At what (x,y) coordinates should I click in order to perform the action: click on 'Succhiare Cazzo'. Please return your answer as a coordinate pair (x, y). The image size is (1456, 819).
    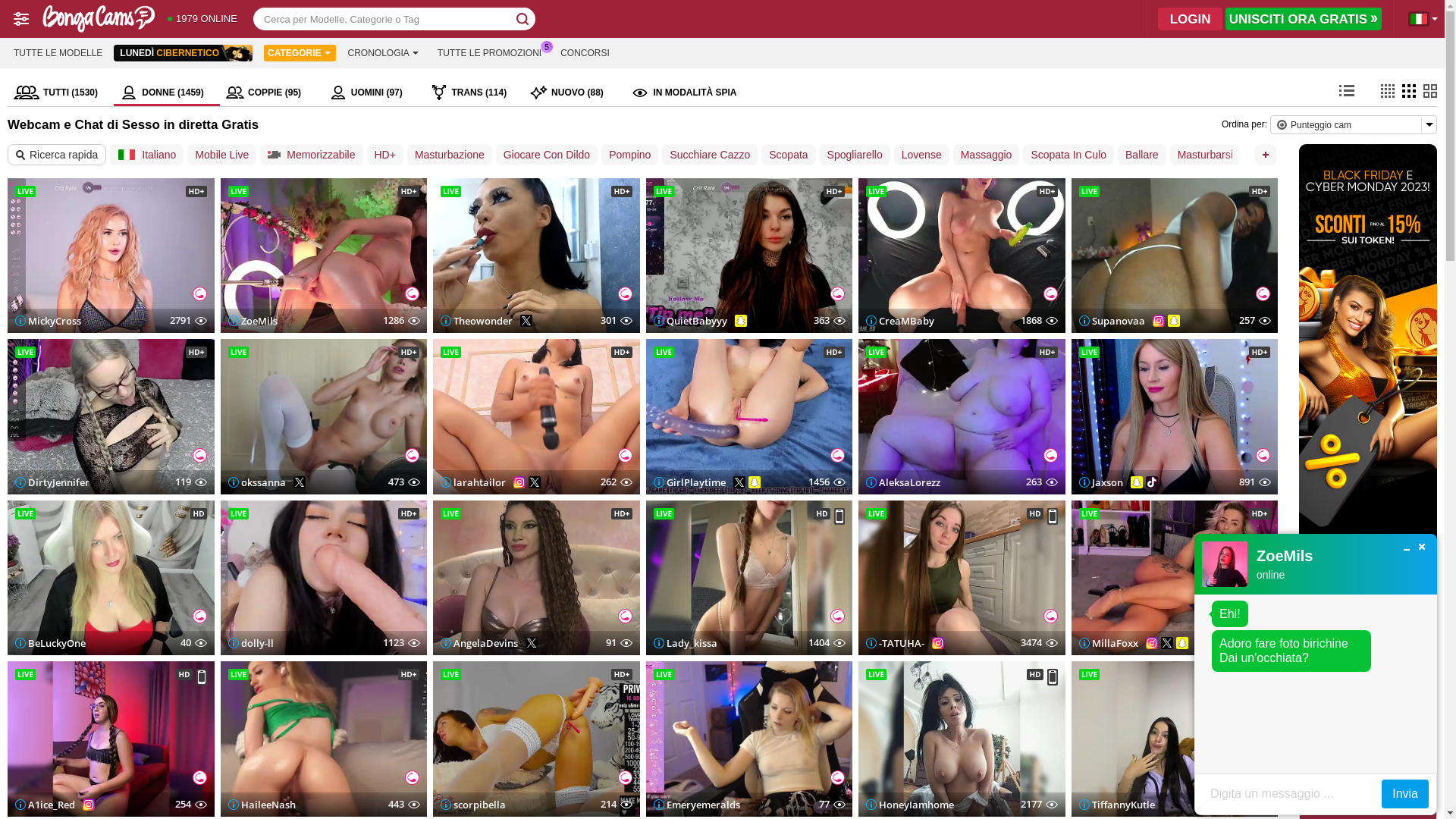
    Looking at the image, I should click on (662, 155).